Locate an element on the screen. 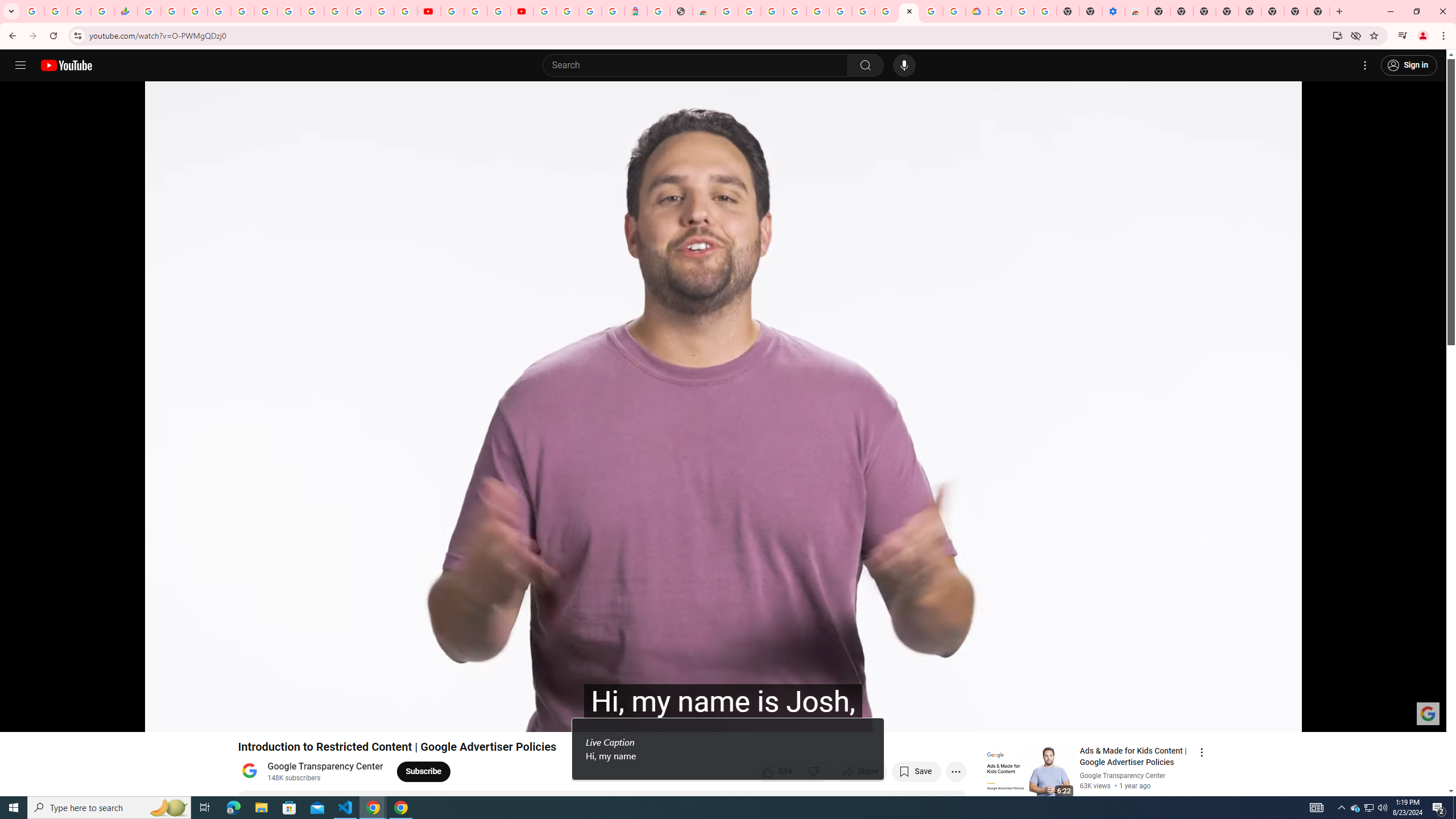  'Create your Google Account' is located at coordinates (498, 11).